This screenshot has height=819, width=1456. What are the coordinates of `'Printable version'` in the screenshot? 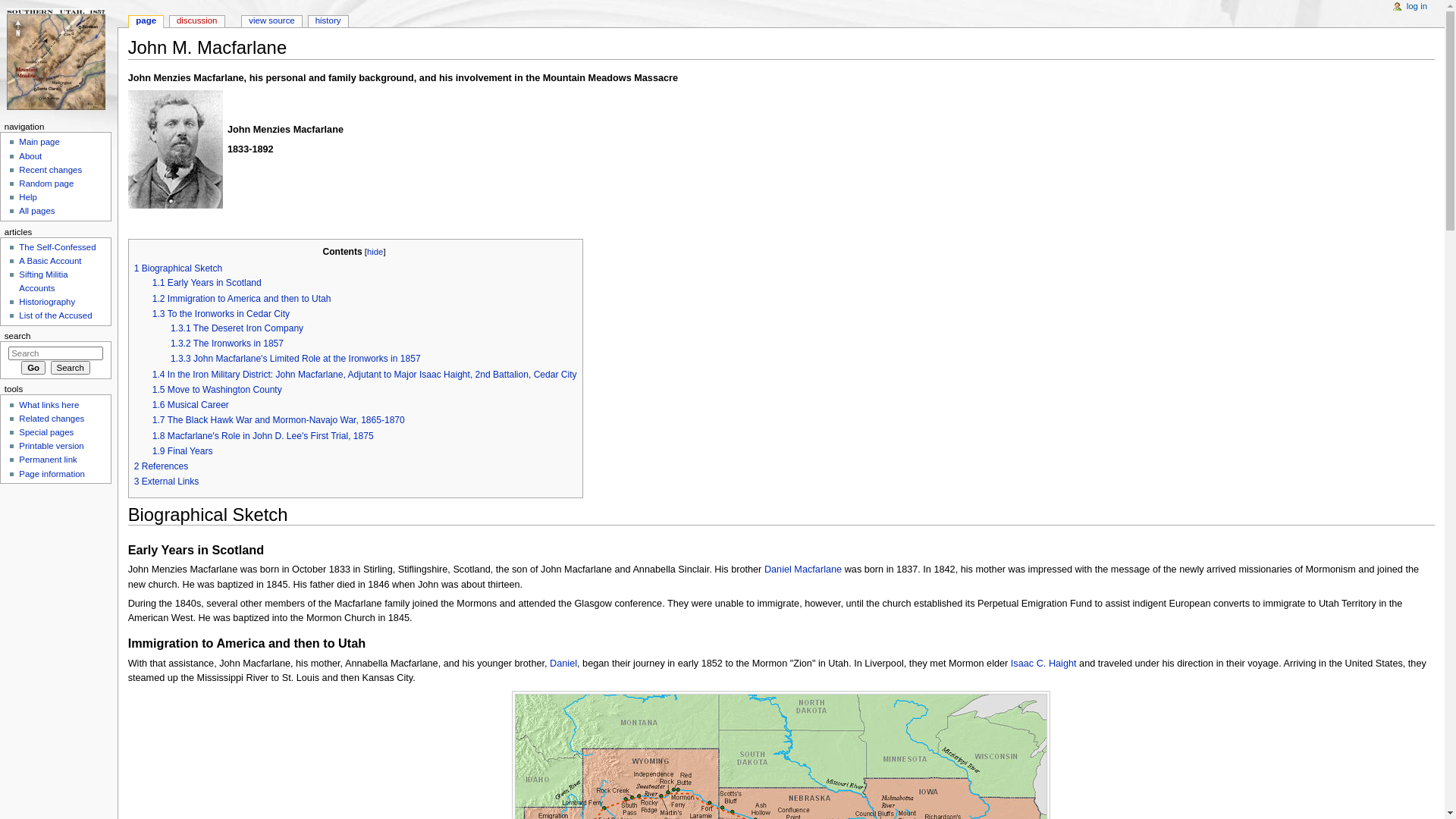 It's located at (18, 444).